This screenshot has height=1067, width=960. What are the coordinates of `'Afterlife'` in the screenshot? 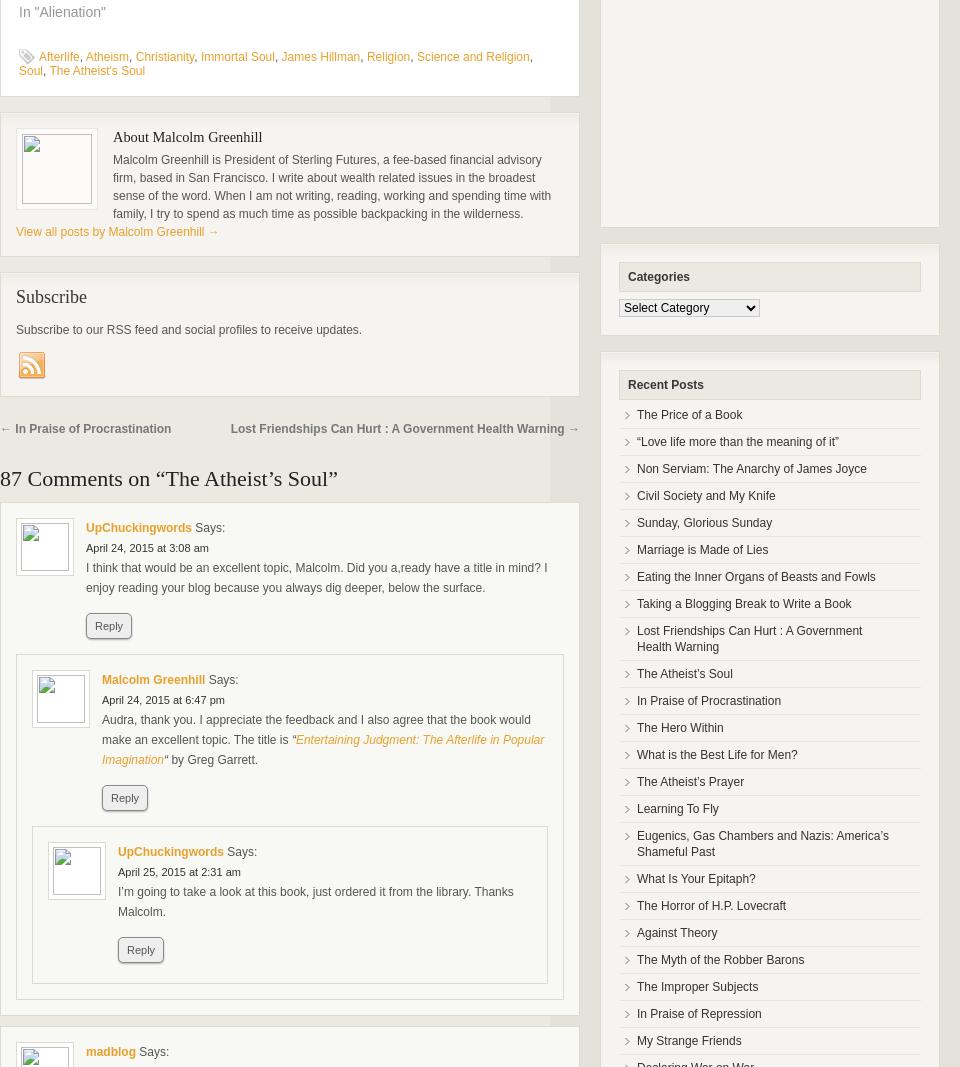 It's located at (58, 55).